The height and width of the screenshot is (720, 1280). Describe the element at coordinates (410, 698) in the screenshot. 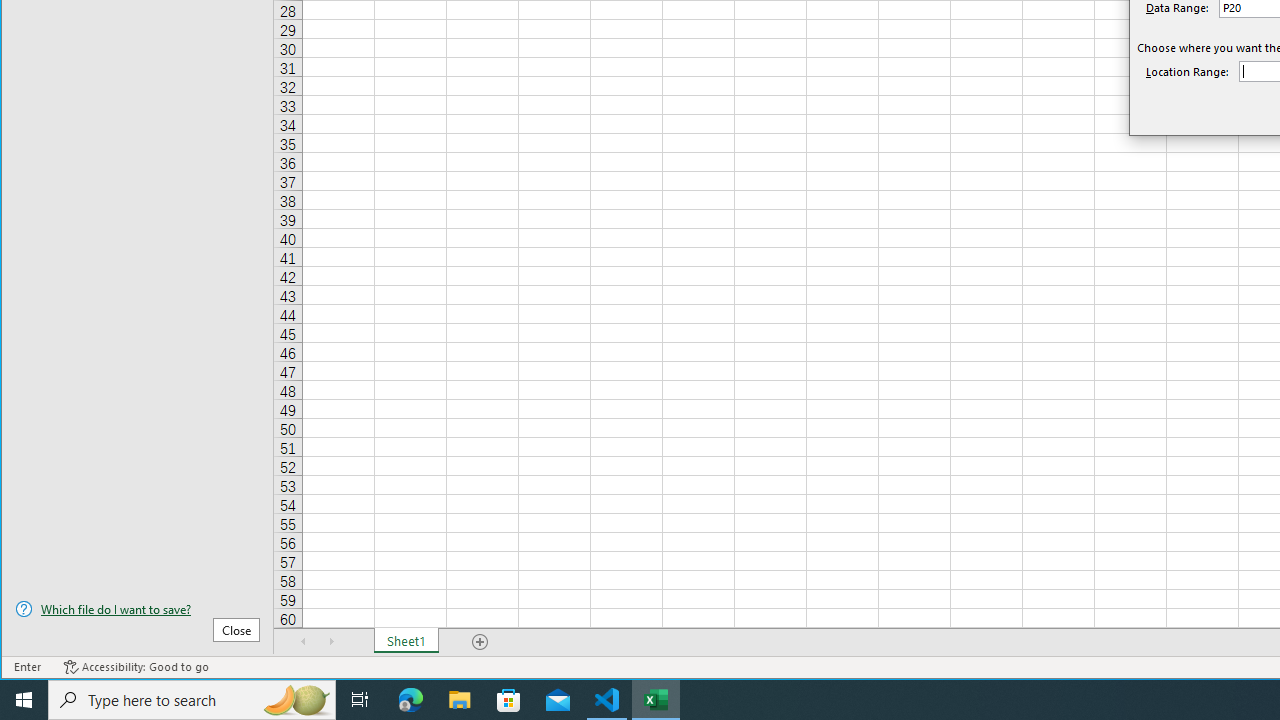

I see `'Microsoft Edge'` at that location.